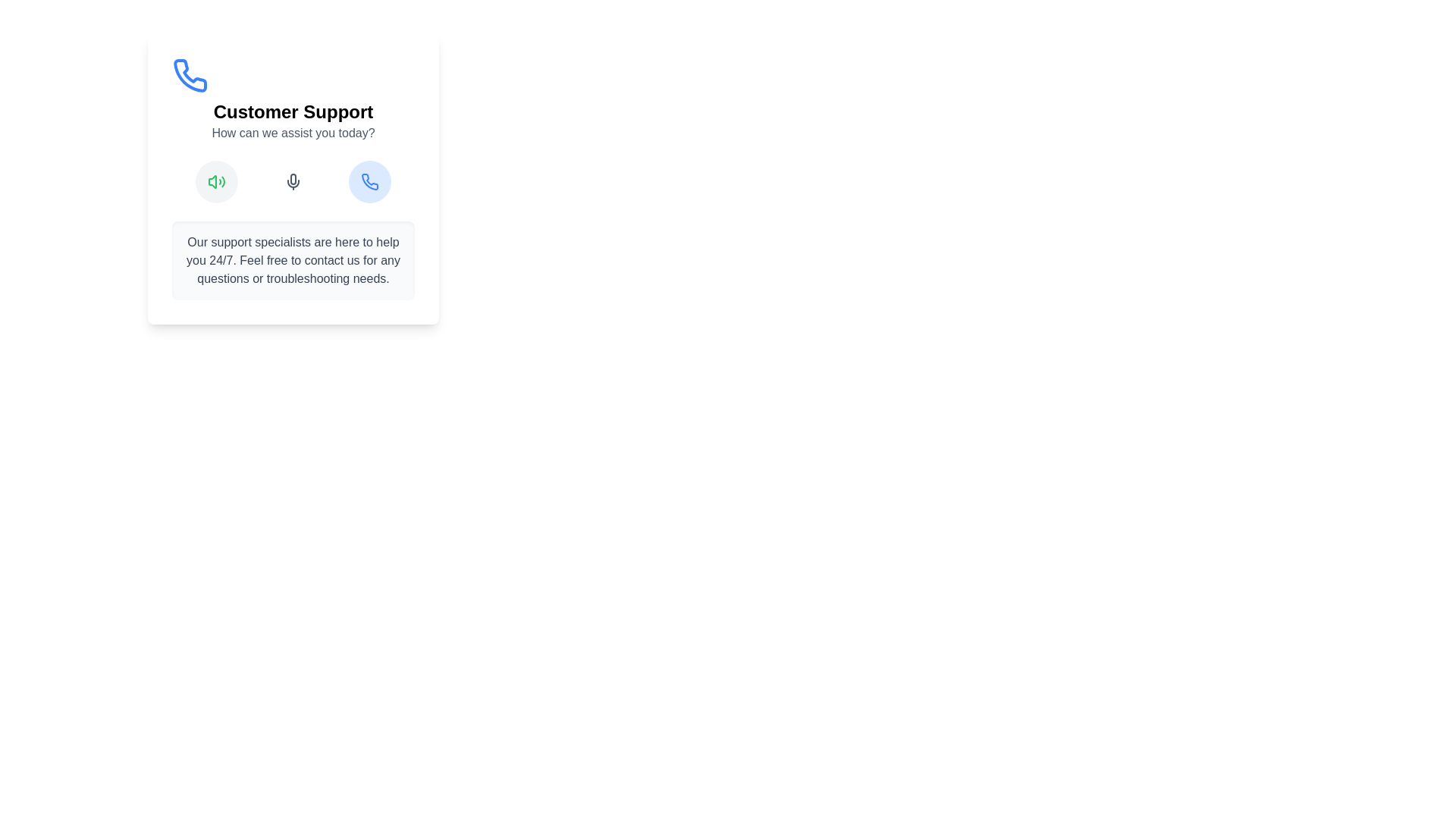 The height and width of the screenshot is (819, 1456). I want to click on the microphone icon located between the loudspeaker icon and the phone receiver icon under 'How can we assist you today?', so click(293, 178).